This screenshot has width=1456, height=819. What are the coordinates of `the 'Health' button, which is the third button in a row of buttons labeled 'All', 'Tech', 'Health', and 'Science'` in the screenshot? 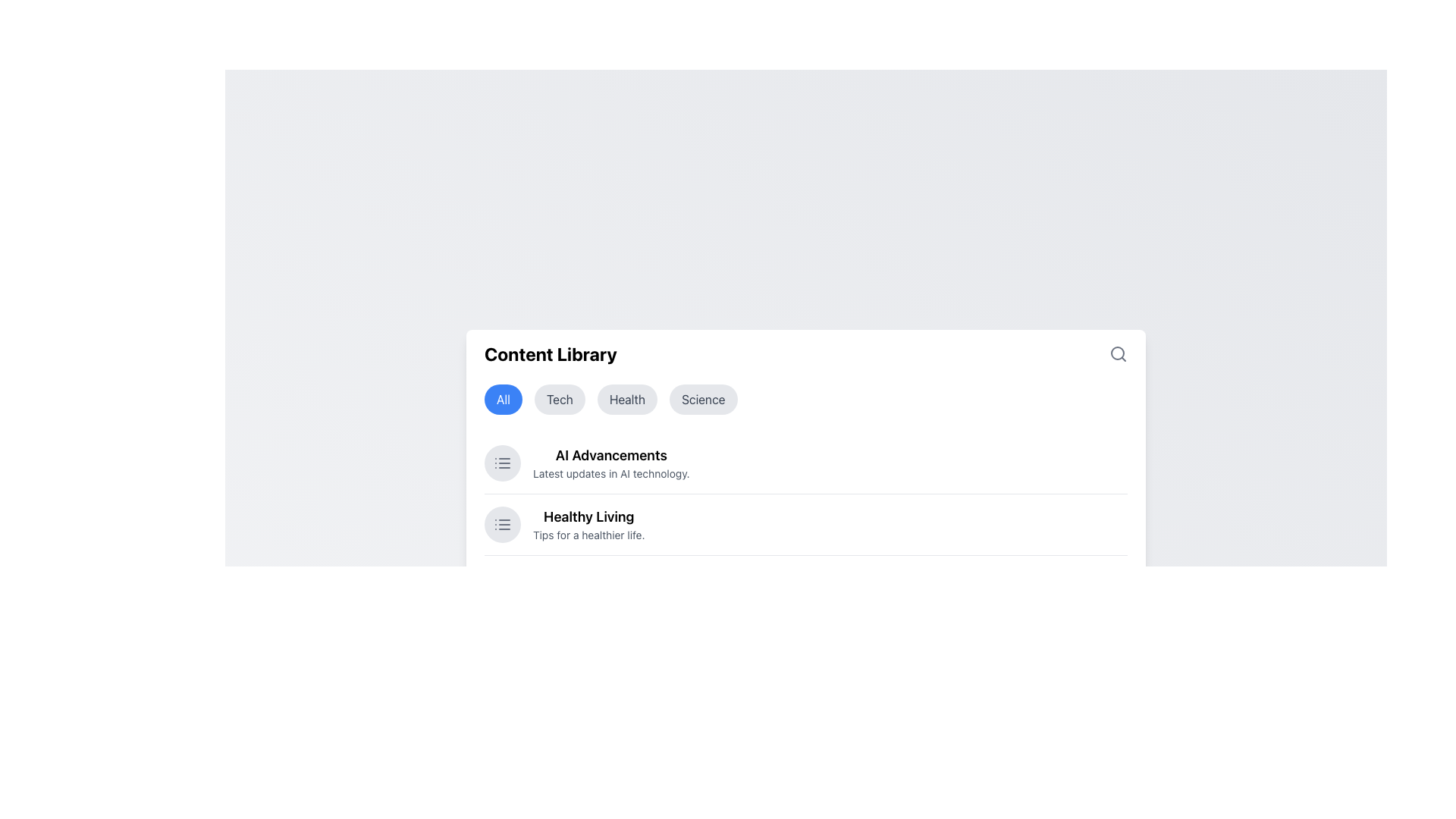 It's located at (627, 399).